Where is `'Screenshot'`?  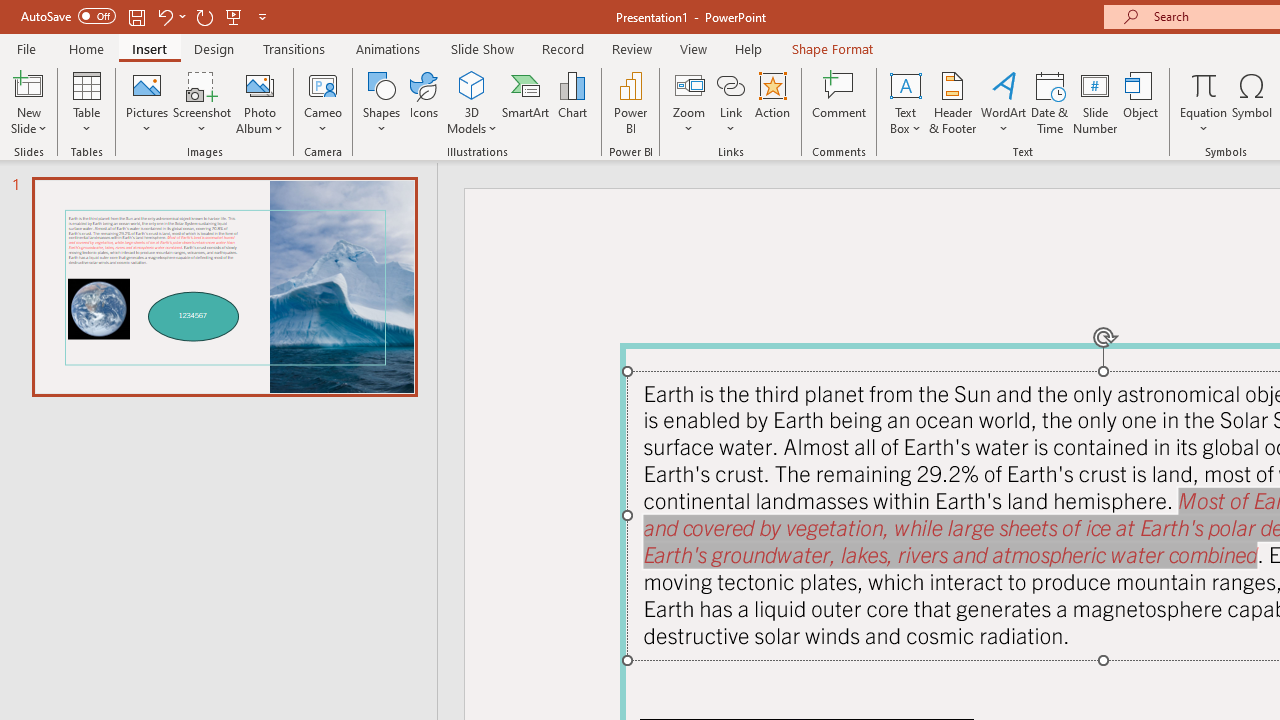 'Screenshot' is located at coordinates (202, 103).